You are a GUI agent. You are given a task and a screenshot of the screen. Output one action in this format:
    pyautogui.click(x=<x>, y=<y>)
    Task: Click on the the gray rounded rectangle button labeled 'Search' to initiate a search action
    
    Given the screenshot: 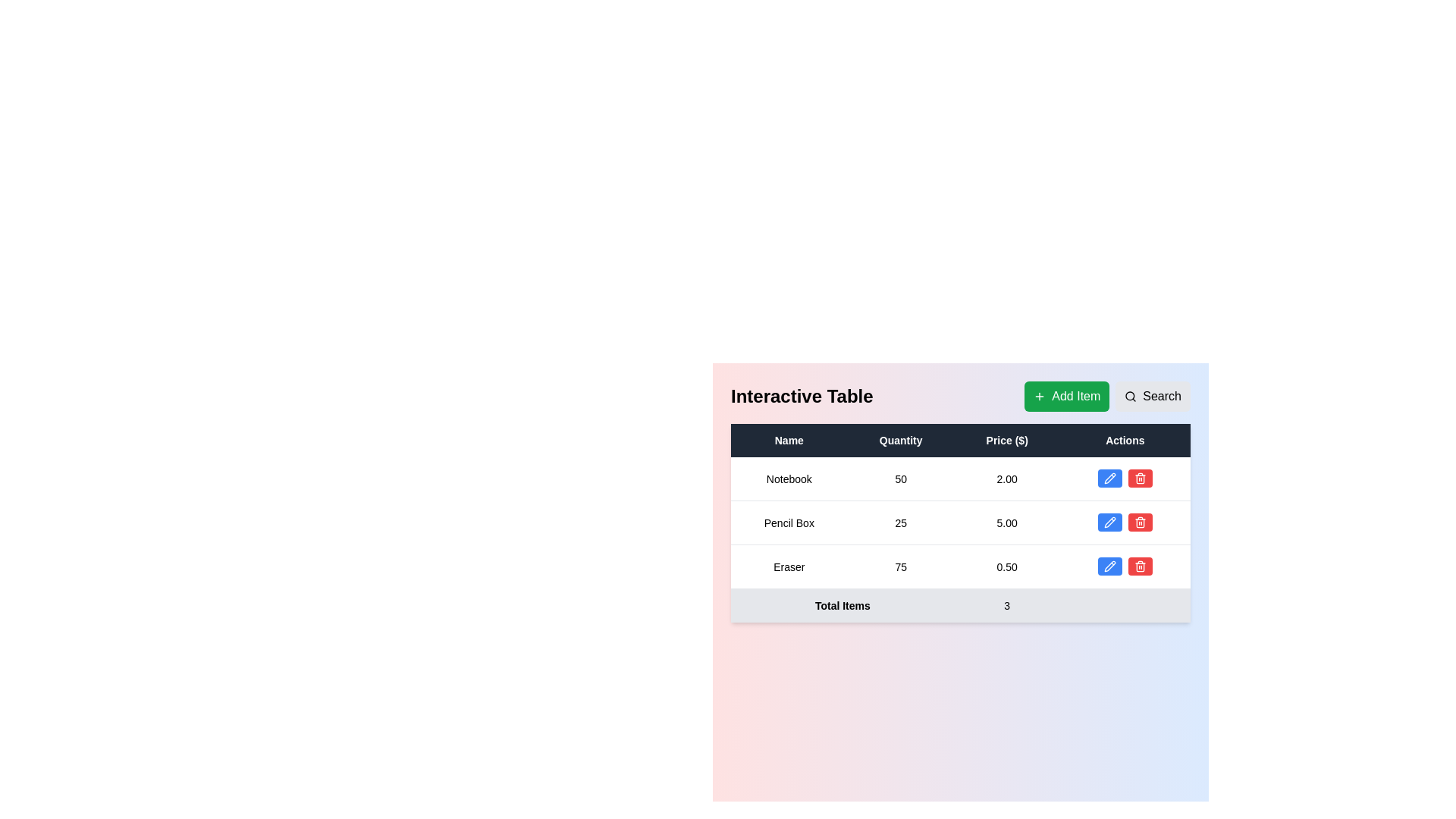 What is the action you would take?
    pyautogui.click(x=1153, y=396)
    